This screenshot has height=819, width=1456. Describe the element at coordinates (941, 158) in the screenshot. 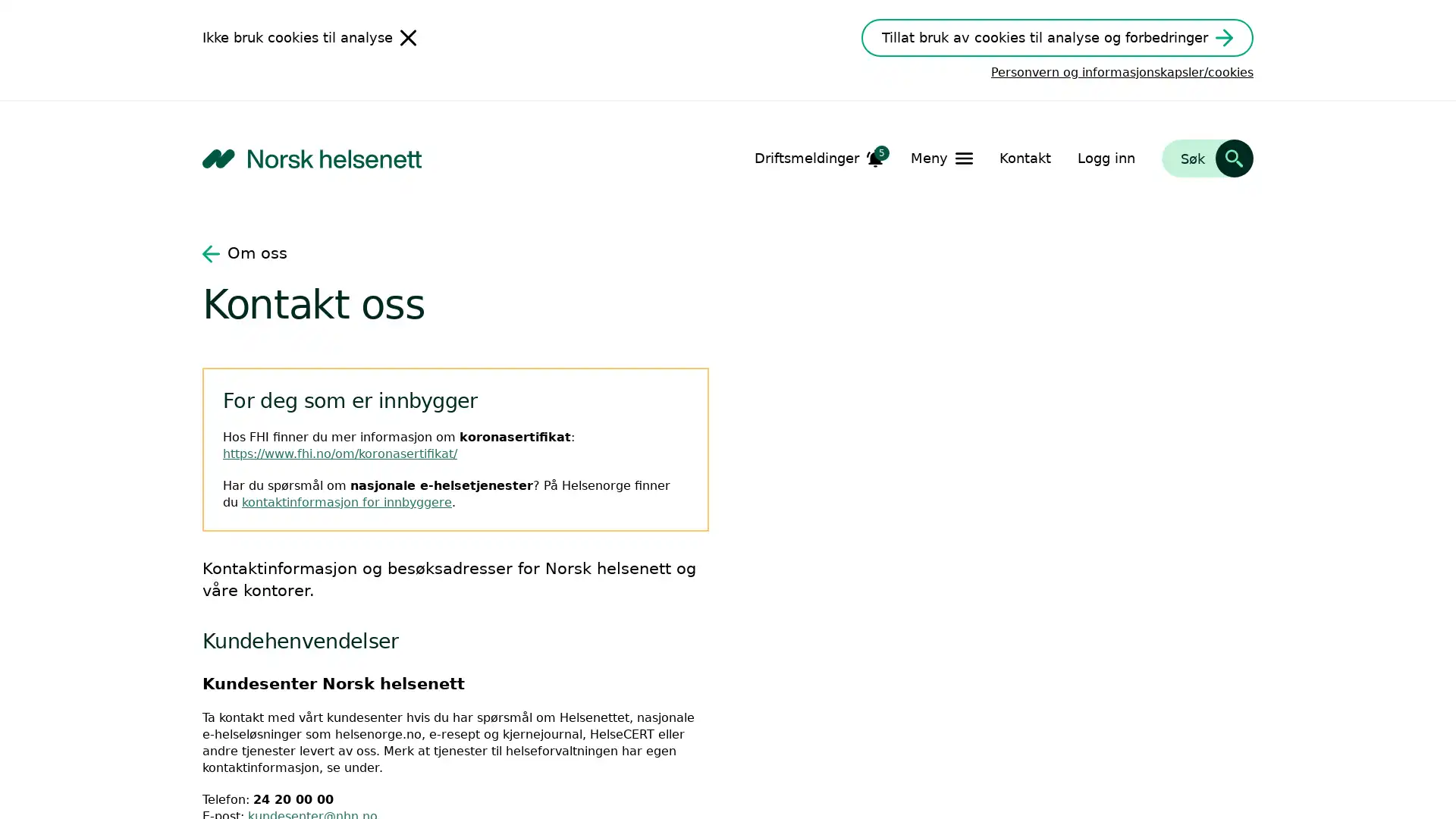

I see `Apne Meny` at that location.